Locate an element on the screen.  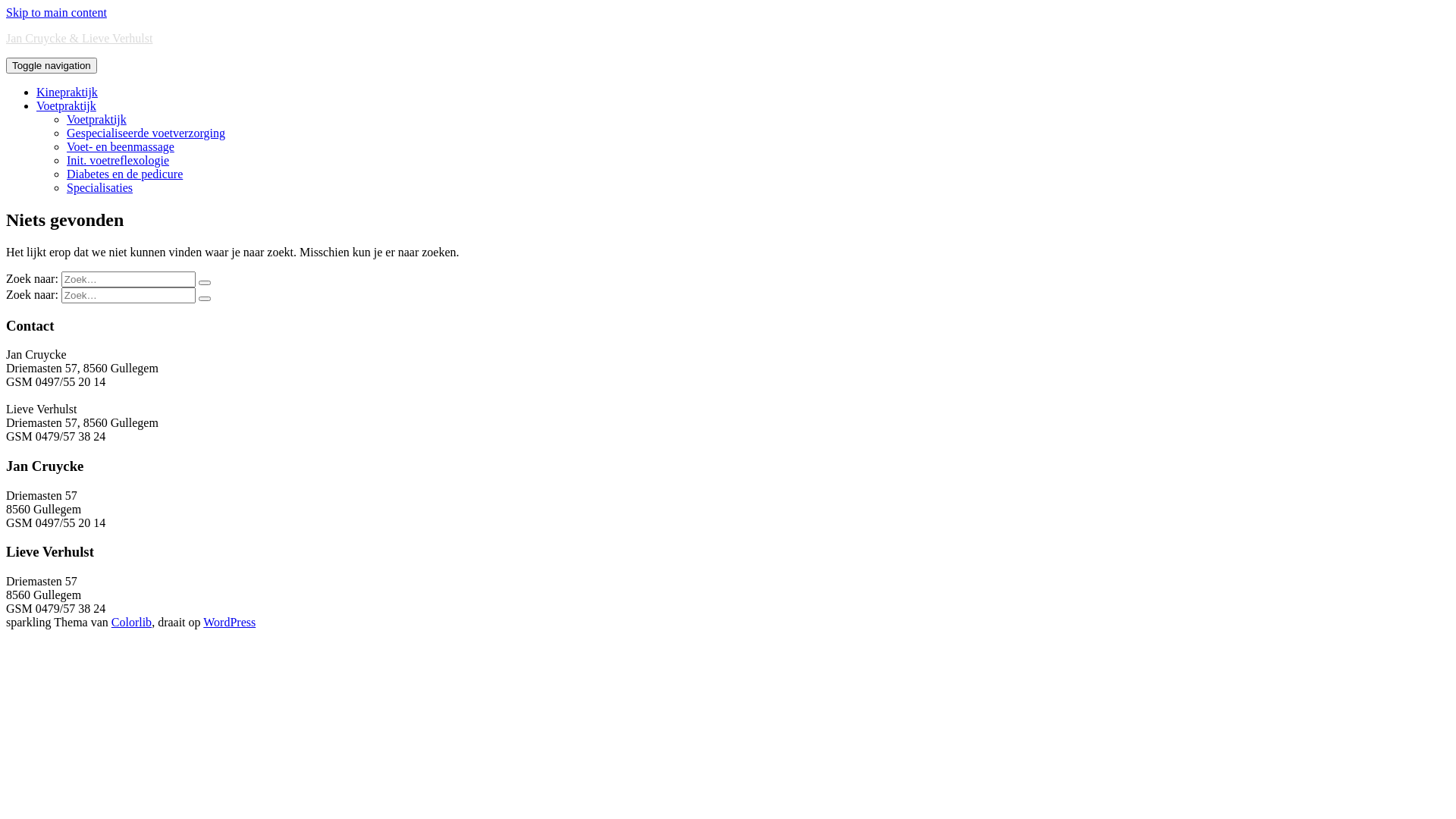
'Gespecialiseerde voetverzorging' is located at coordinates (146, 132).